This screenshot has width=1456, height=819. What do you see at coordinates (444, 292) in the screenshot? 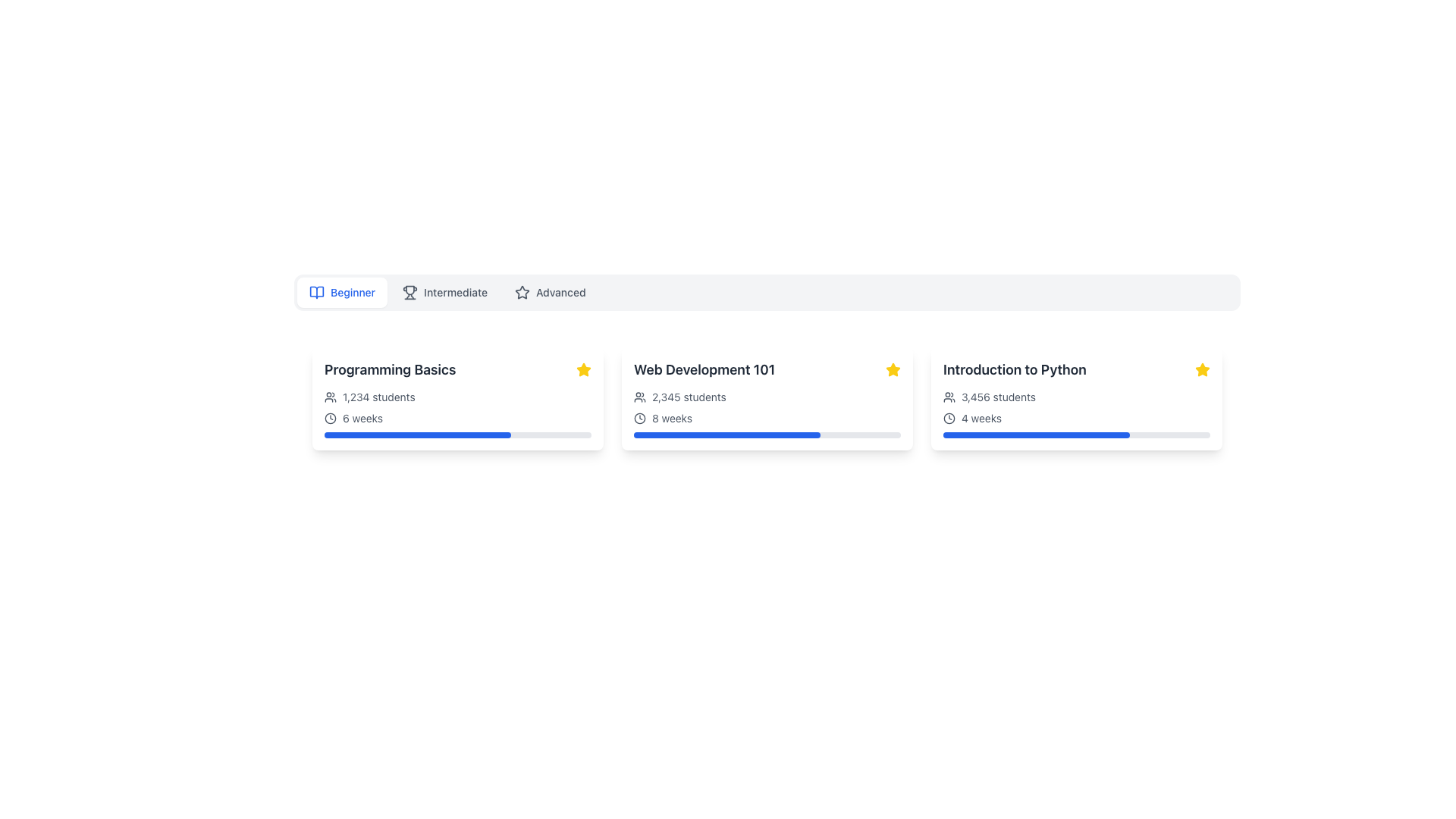
I see `the 'Intermediate' button, which is the second option in the selection bar` at bounding box center [444, 292].